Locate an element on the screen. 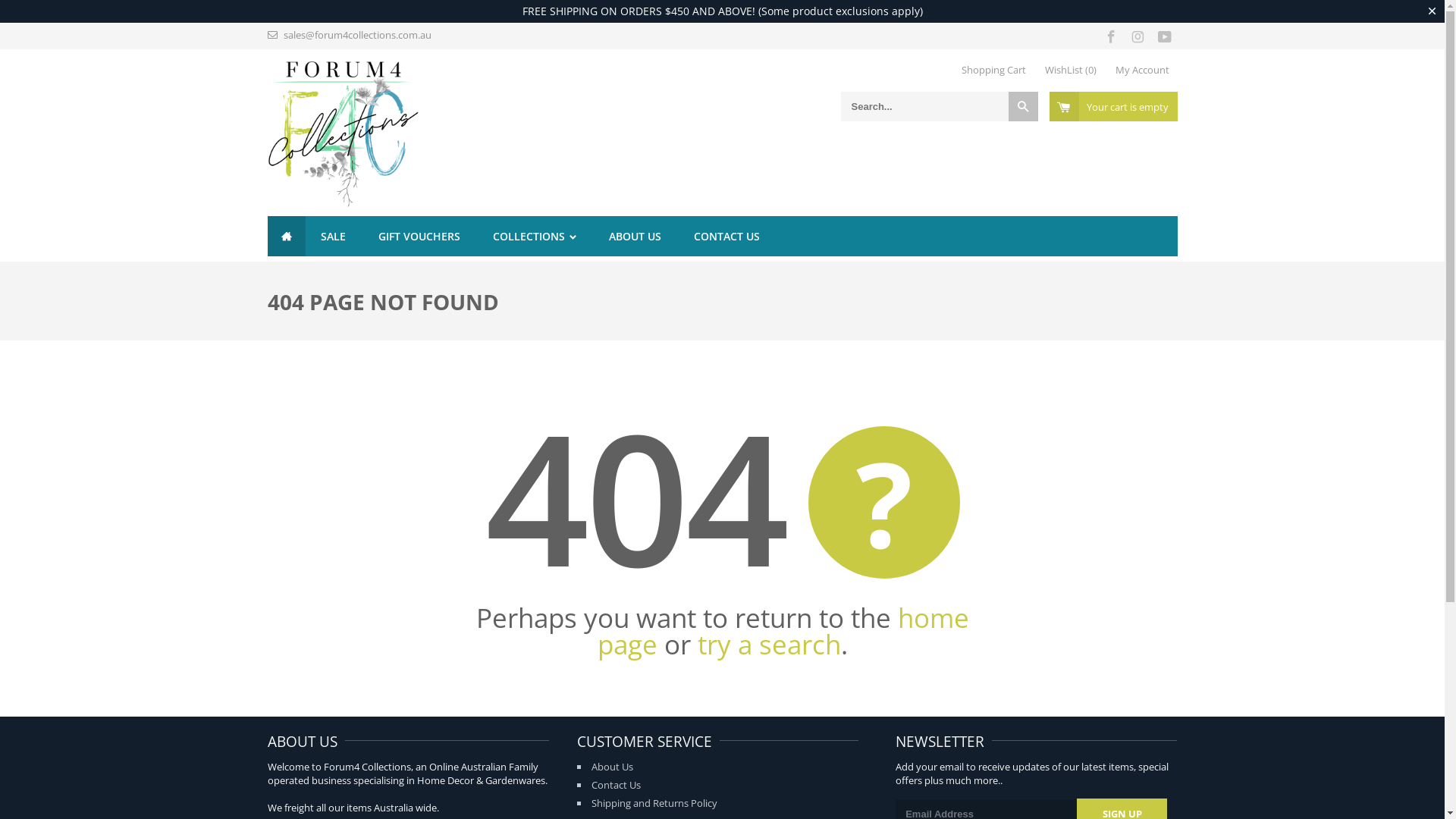  'Shopping Cart' is located at coordinates (993, 70).